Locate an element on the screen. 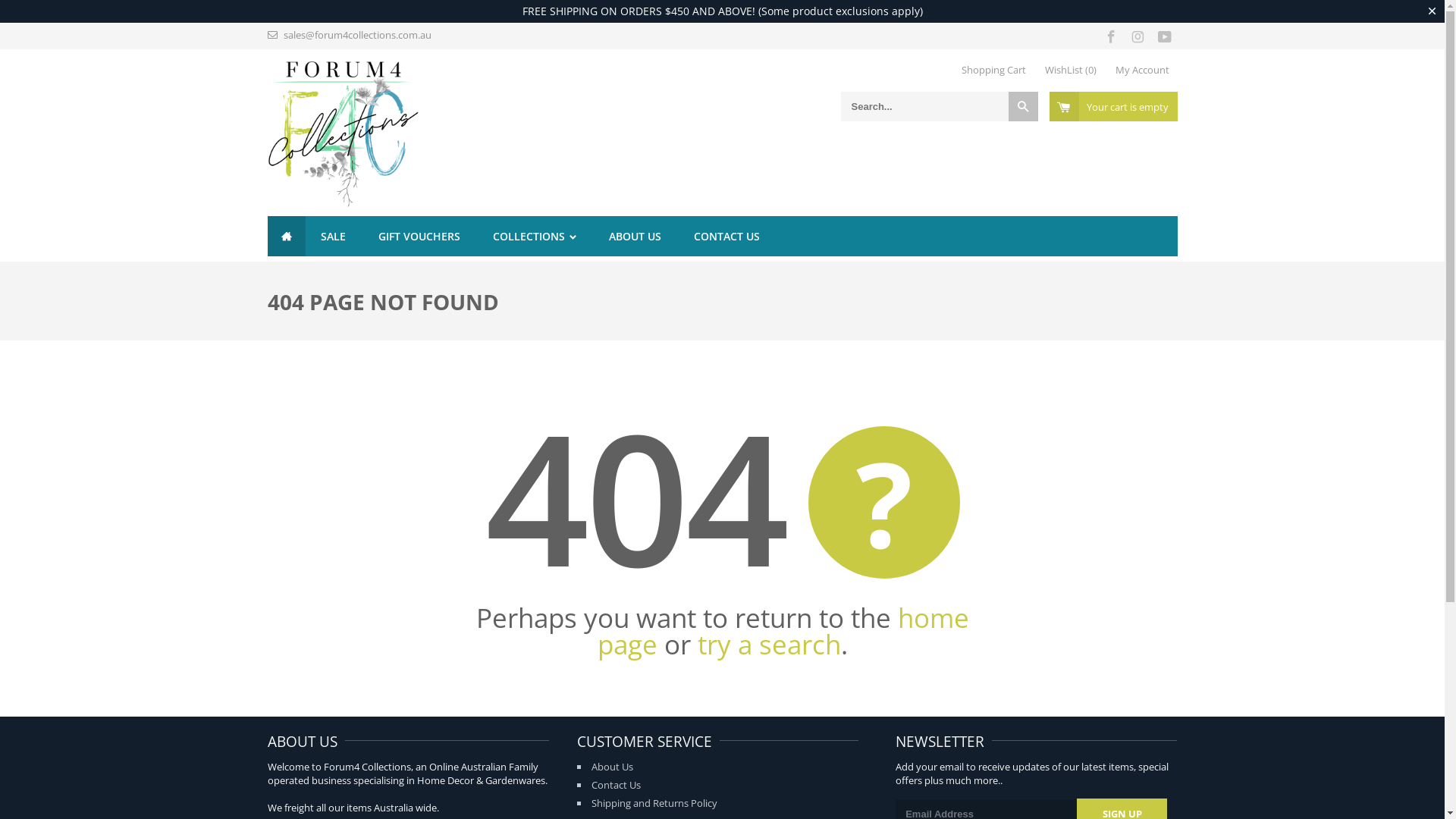  'Shopping Cart' is located at coordinates (993, 70).